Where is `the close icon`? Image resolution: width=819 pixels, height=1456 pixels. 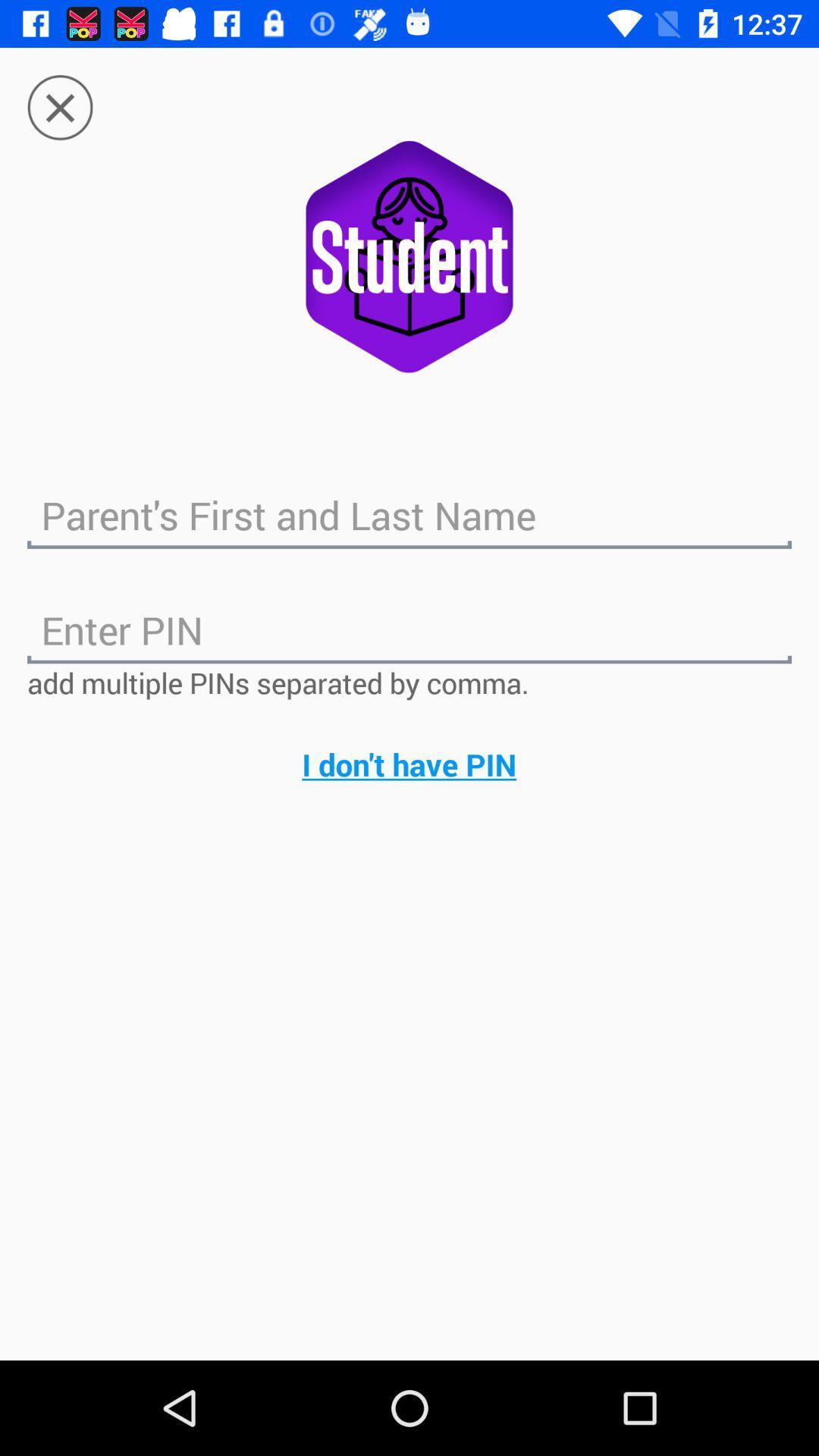 the close icon is located at coordinates (59, 93).